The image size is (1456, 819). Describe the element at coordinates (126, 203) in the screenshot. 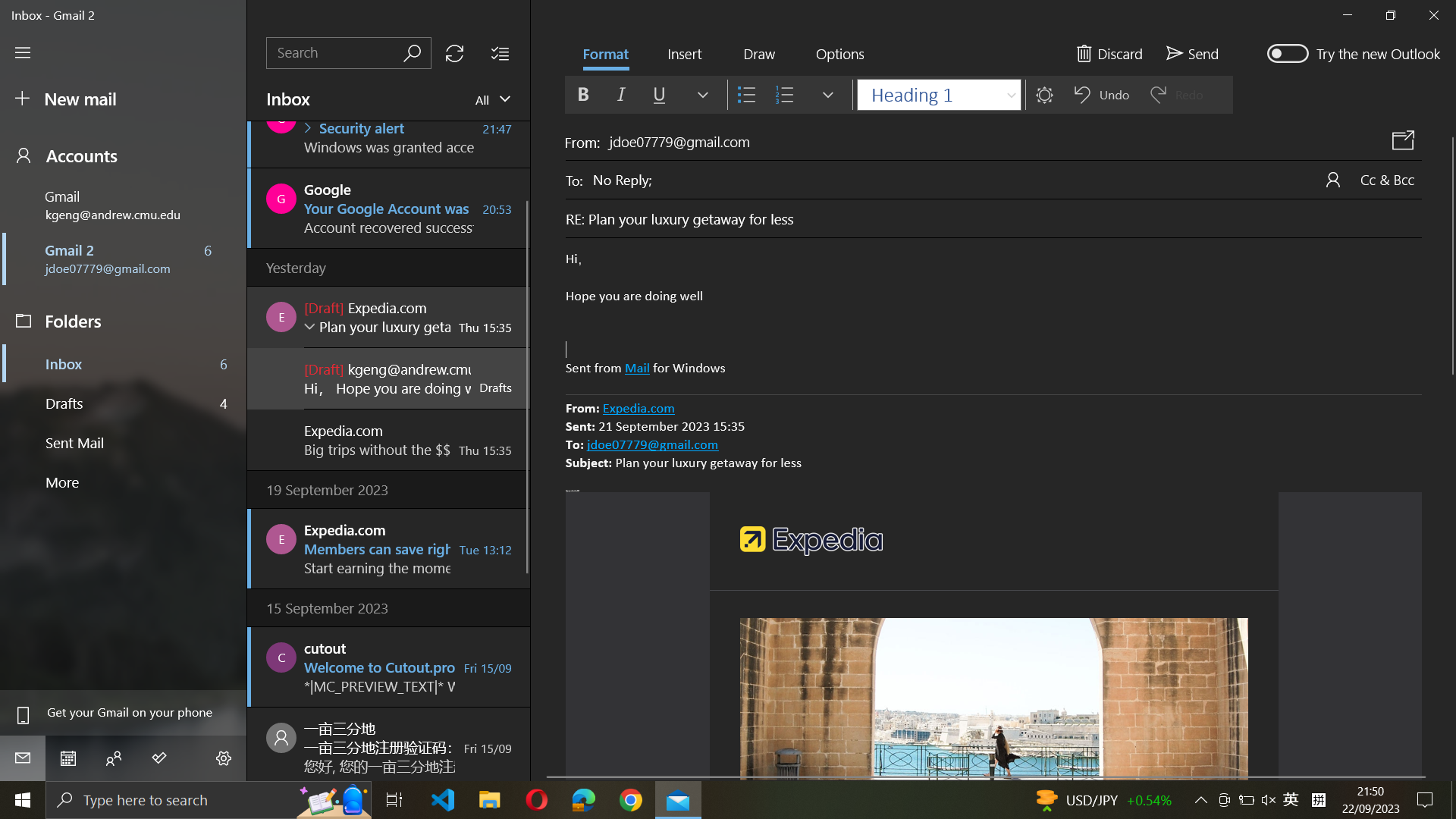

I see `current email address to kgeng@andrew.cmu.edu` at that location.